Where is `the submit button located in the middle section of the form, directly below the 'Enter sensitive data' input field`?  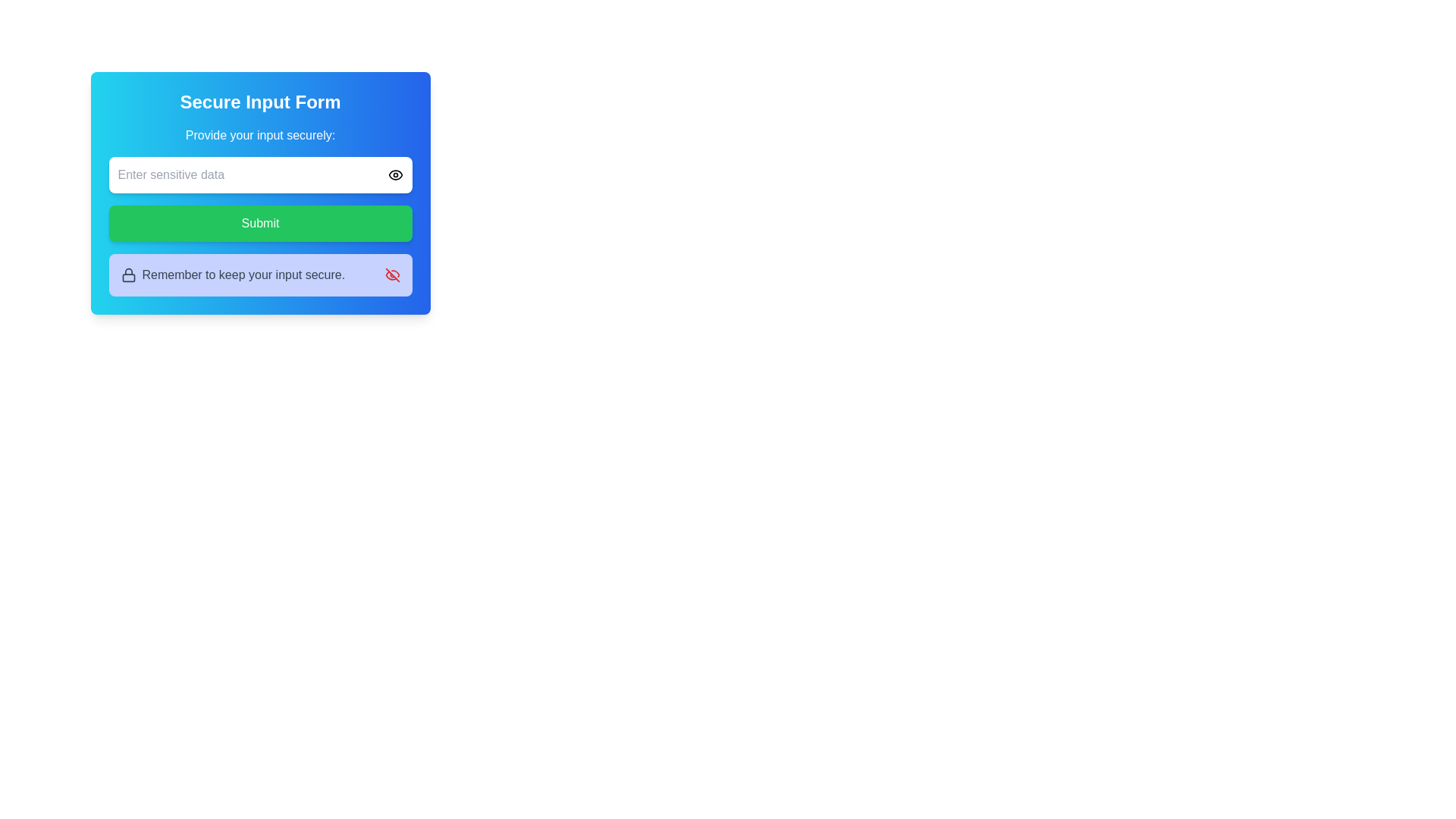
the submit button located in the middle section of the form, directly below the 'Enter sensitive data' input field is located at coordinates (260, 223).